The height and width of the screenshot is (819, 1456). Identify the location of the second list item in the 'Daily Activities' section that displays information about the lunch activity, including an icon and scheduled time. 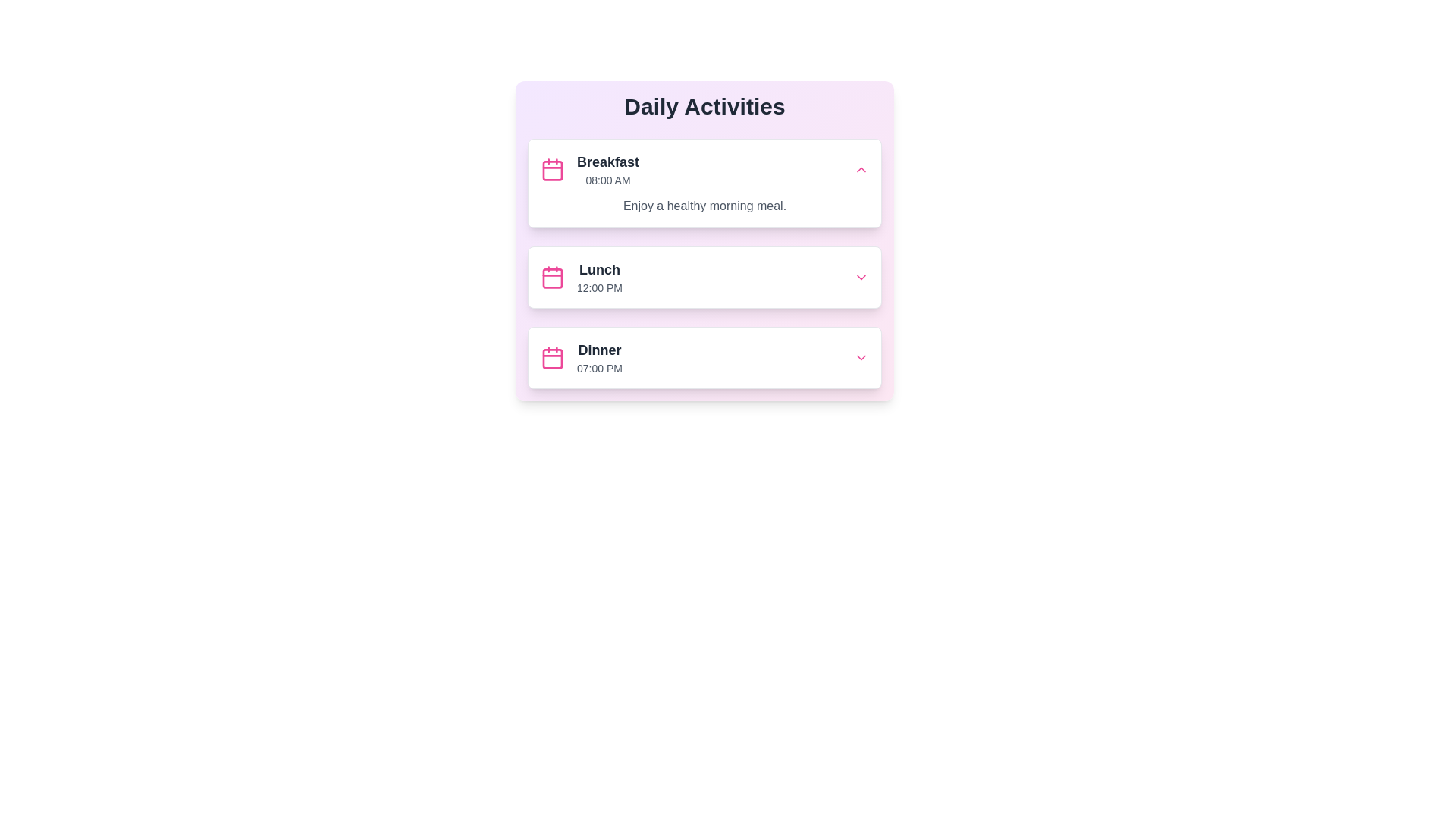
(581, 278).